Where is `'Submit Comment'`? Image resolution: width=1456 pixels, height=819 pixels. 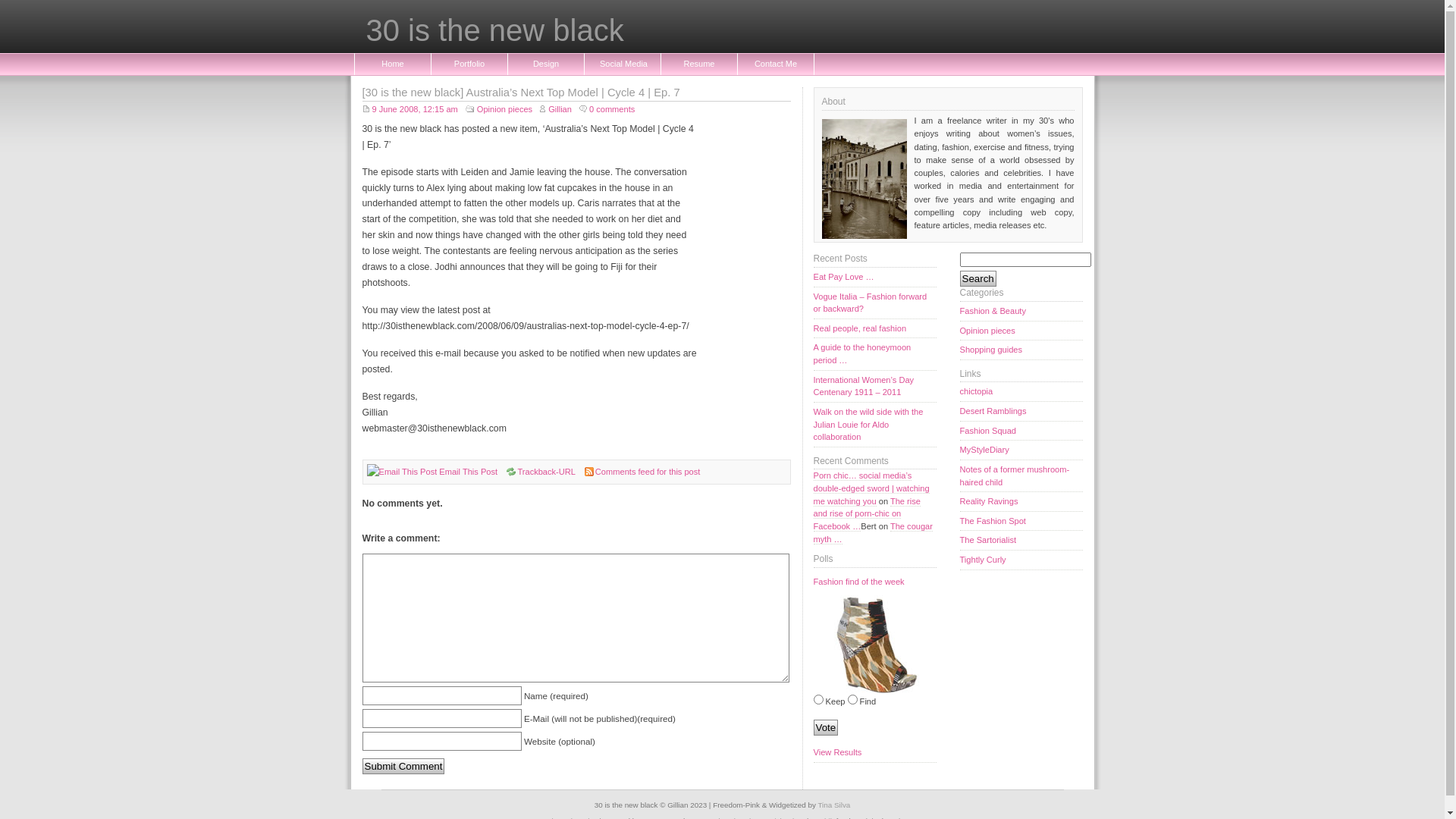 'Submit Comment' is located at coordinates (403, 766).